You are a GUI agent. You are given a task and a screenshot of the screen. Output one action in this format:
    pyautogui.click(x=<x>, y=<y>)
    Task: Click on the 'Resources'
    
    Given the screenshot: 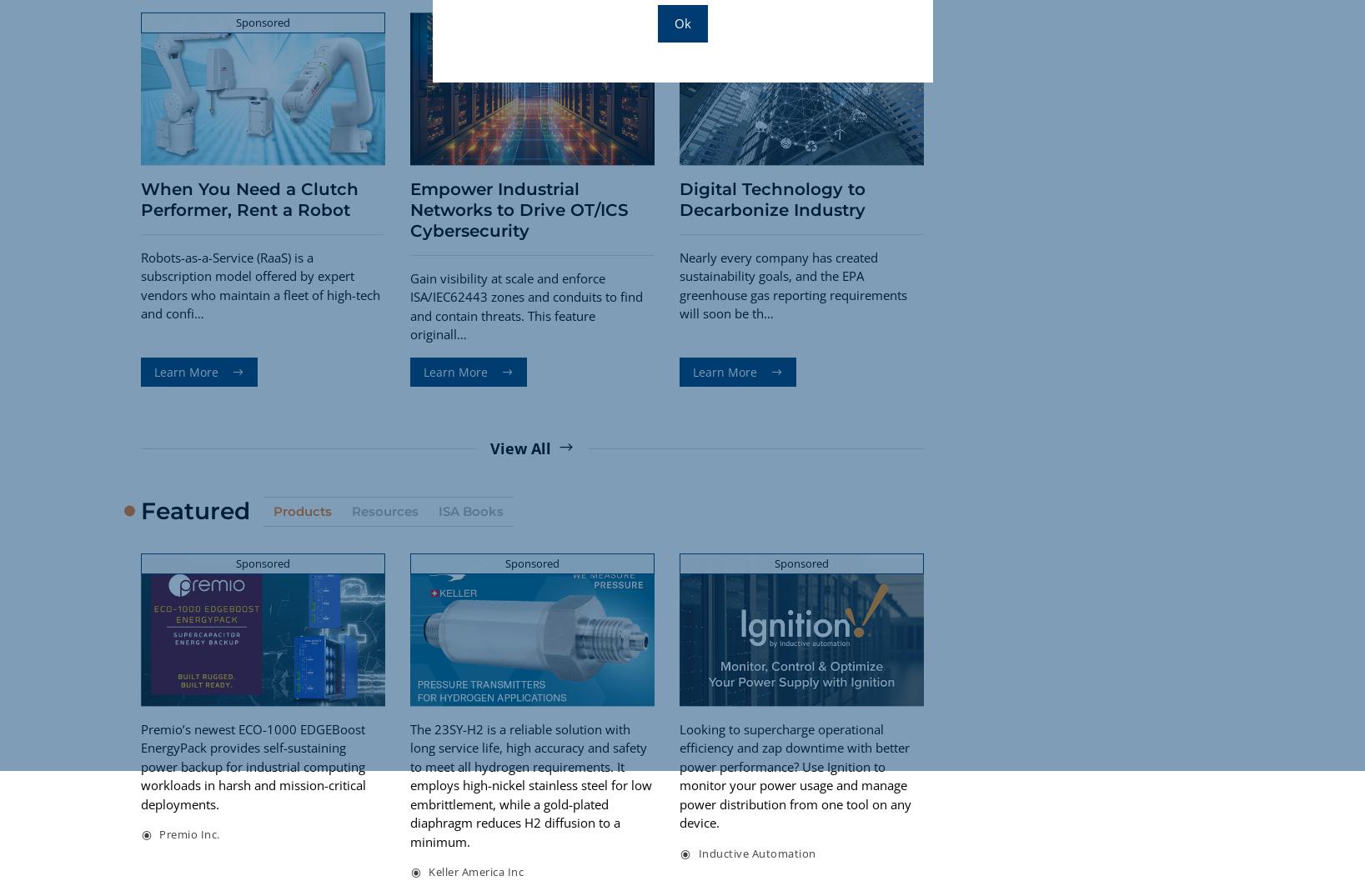 What is the action you would take?
    pyautogui.click(x=384, y=509)
    